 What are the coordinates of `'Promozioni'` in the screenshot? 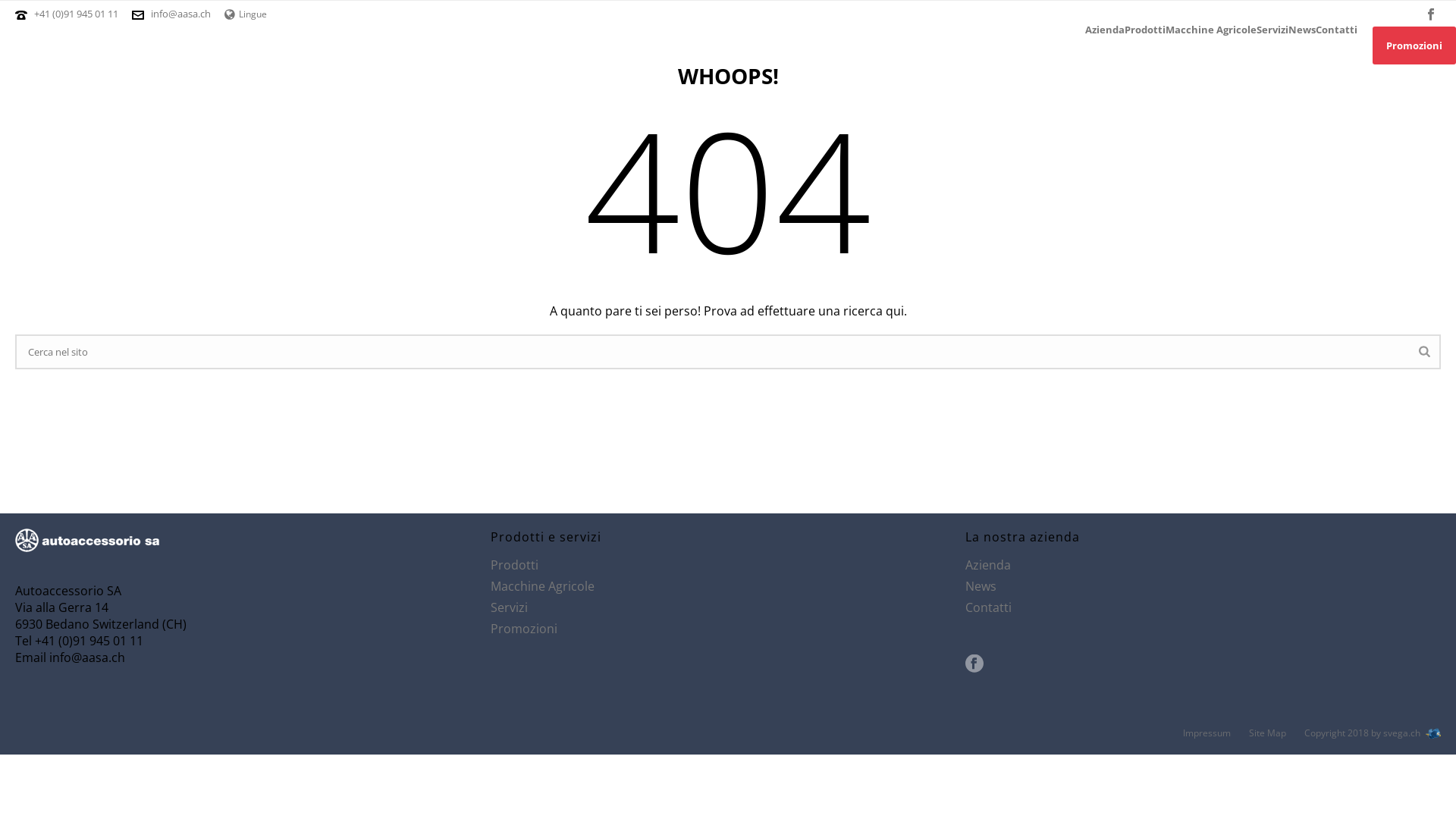 It's located at (524, 629).